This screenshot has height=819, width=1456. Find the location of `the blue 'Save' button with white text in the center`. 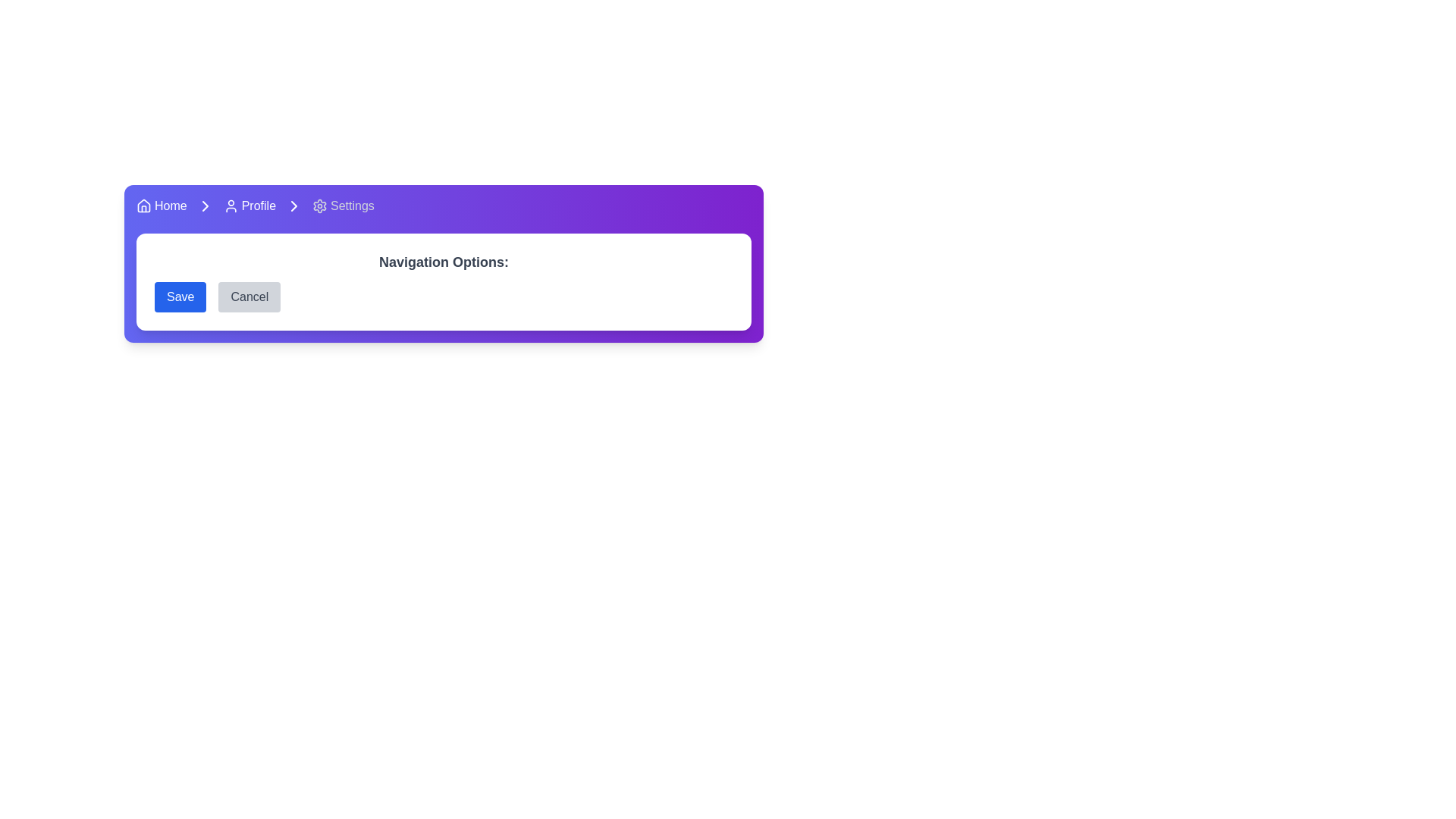

the blue 'Save' button with white text in the center is located at coordinates (180, 297).